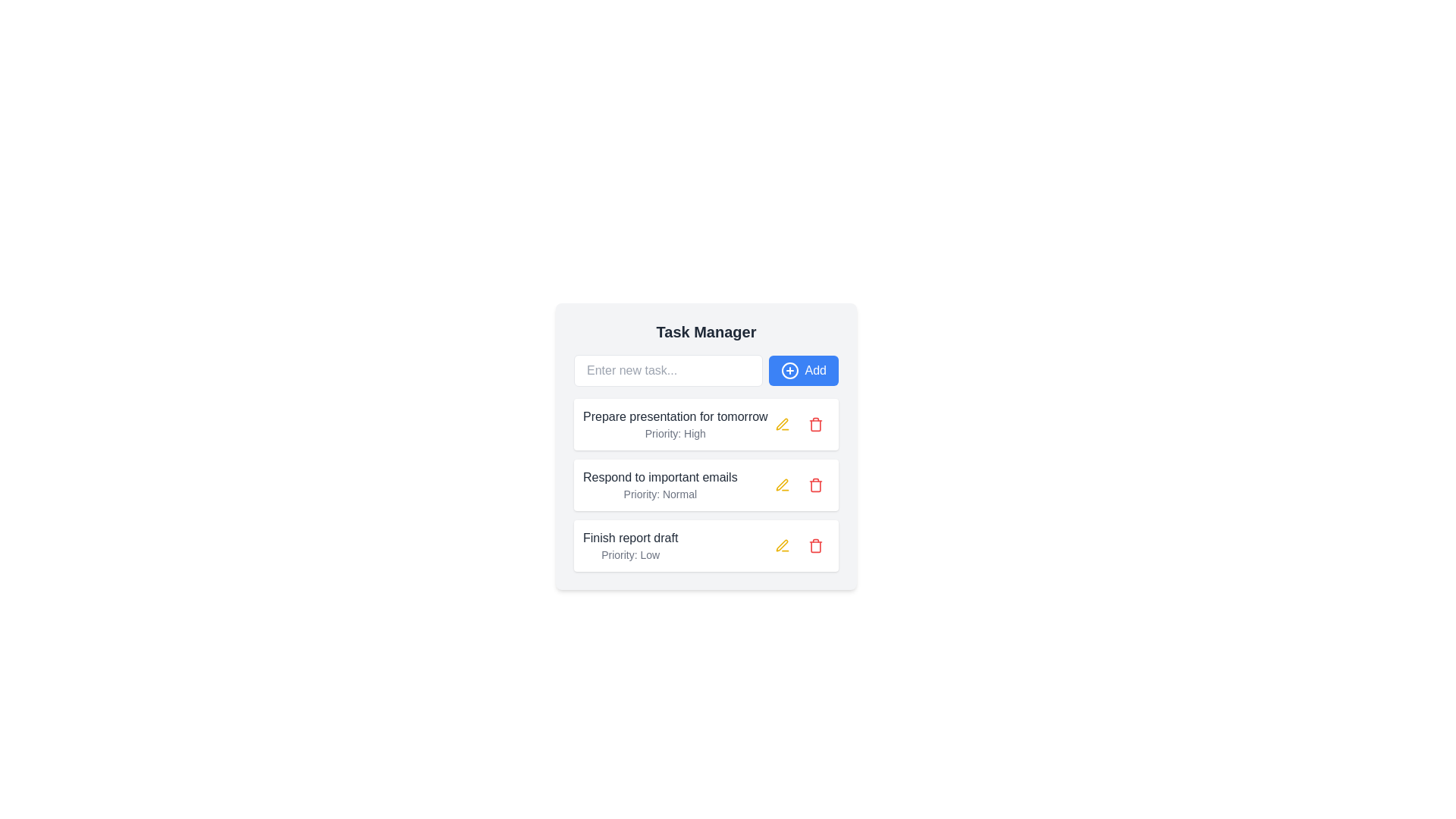 The width and height of the screenshot is (1456, 819). Describe the element at coordinates (705, 546) in the screenshot. I see `the task item titled 'Finish report draft' which is displayed as a white rectangular box with rounded corners and contains action buttons for editing and deletion` at that location.